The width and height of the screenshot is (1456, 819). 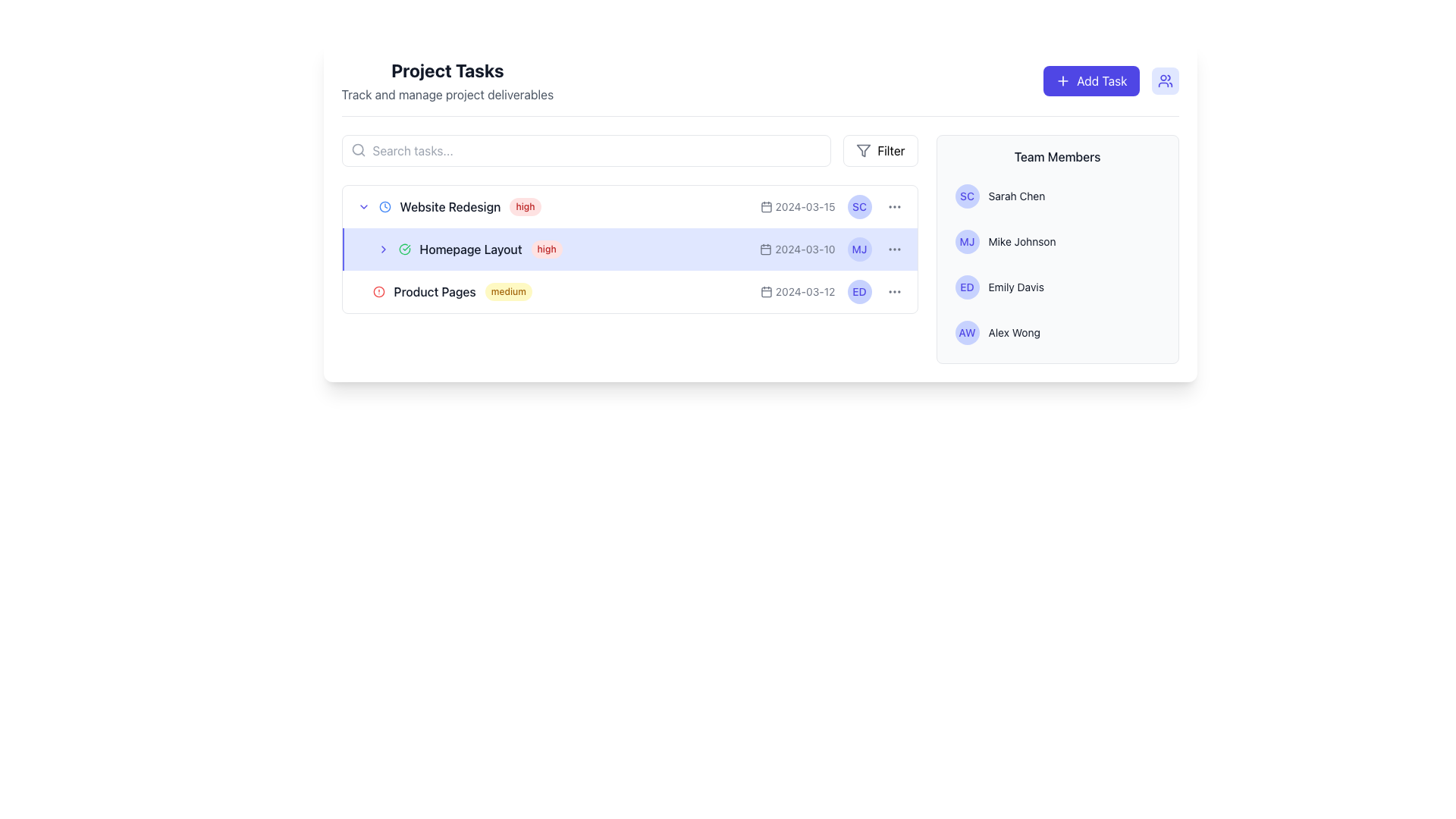 I want to click on the third task row under the 'Project Tasks' heading to focus on its details, so click(x=629, y=292).